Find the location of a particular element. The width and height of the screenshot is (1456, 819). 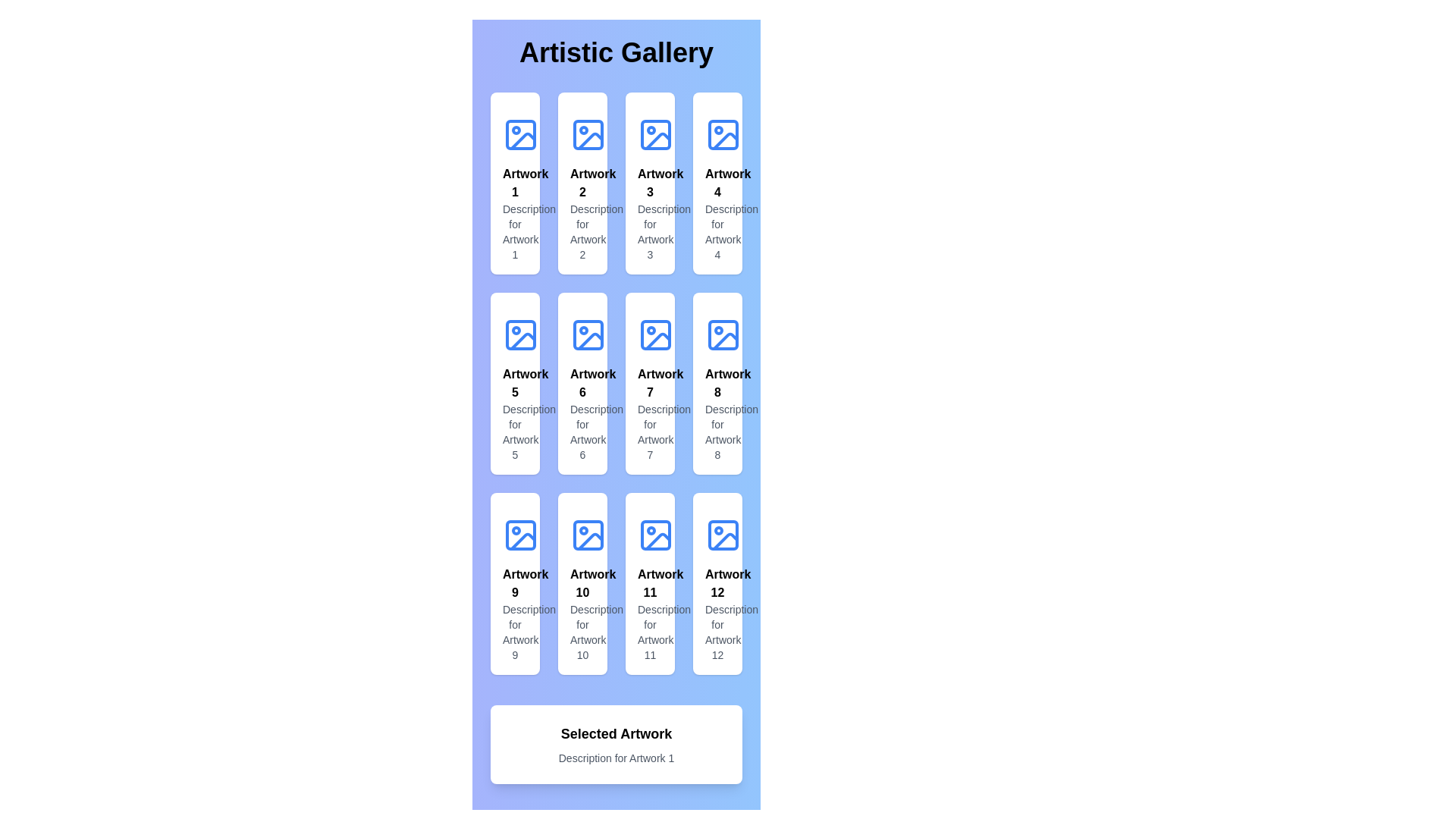

the text label displaying 'Artwork 7', which is the title of the card in the second row and third column of a 4-by-3 grid layout is located at coordinates (650, 382).